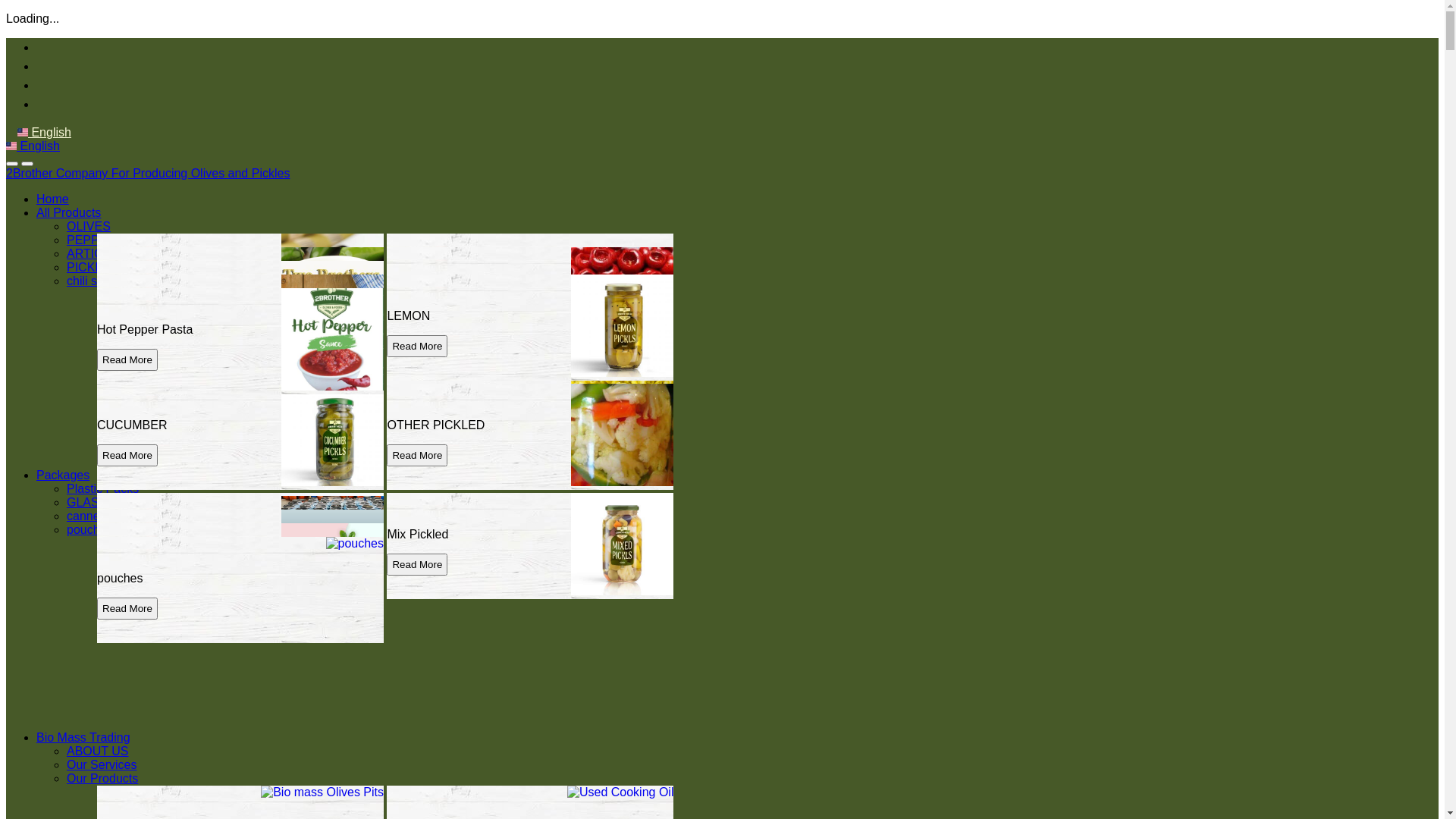 This screenshot has height=819, width=1456. What do you see at coordinates (127, 567) in the screenshot?
I see `'Read More'` at bounding box center [127, 567].